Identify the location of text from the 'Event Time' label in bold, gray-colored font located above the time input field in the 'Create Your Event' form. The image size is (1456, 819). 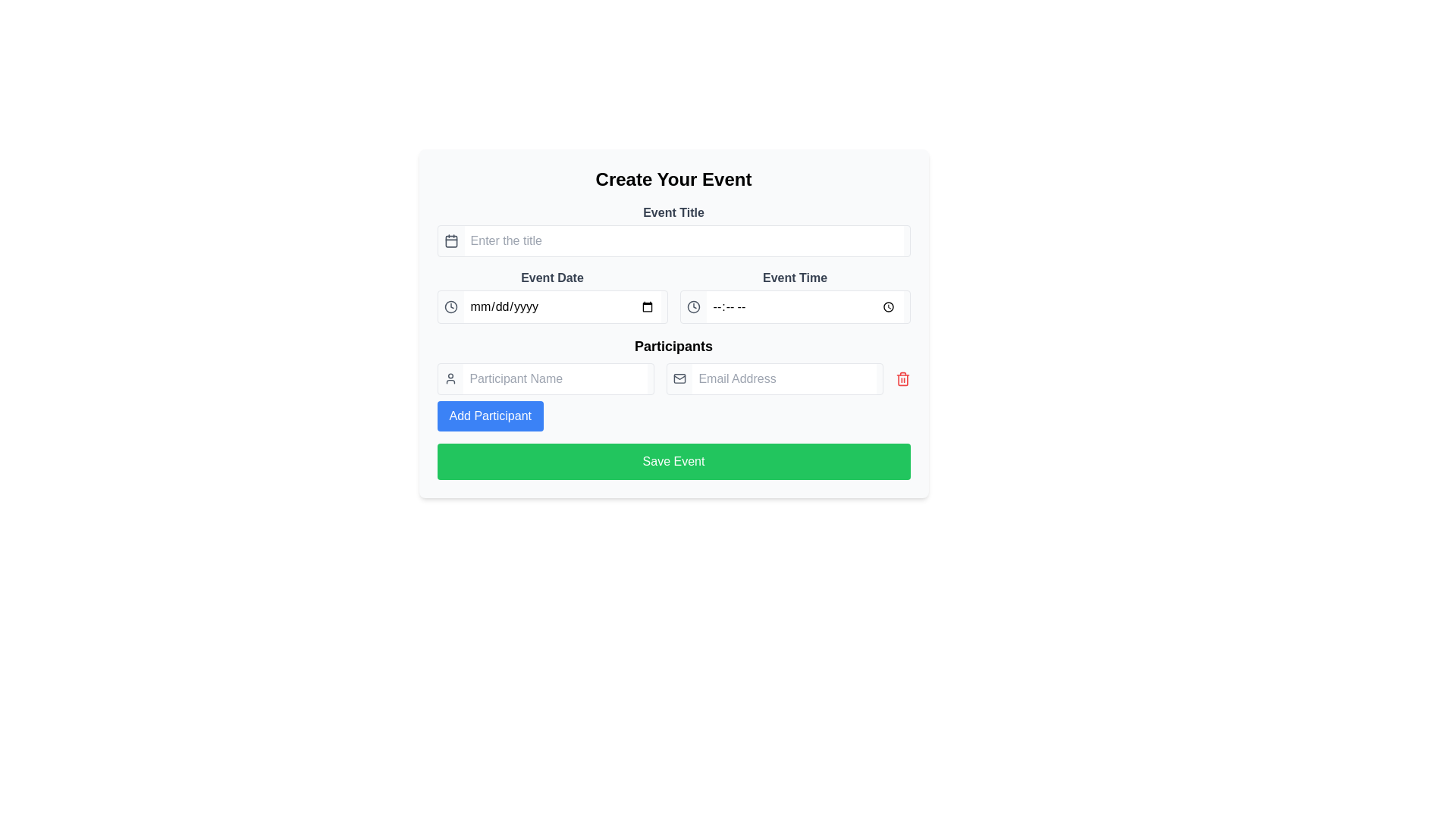
(794, 278).